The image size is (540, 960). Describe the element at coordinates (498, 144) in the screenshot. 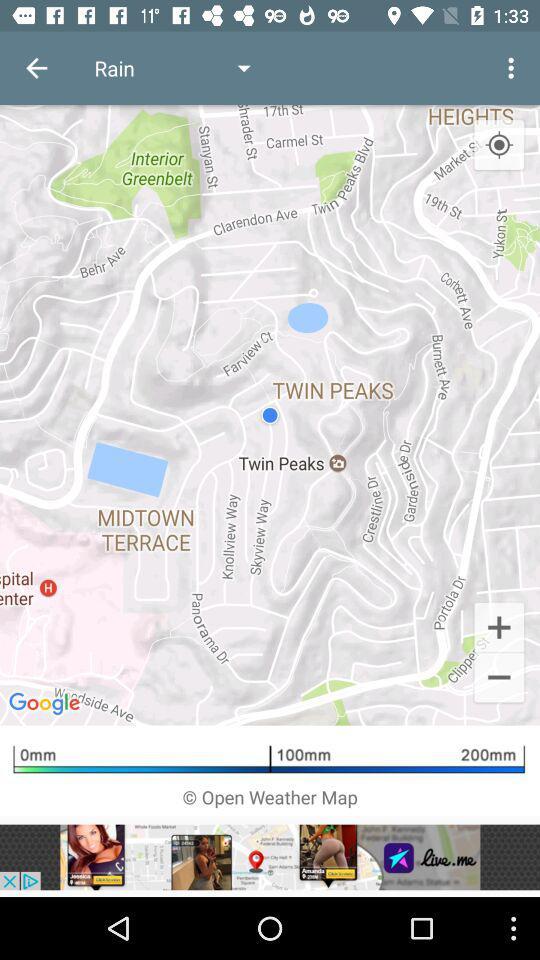

I see `the location_crosshair icon` at that location.